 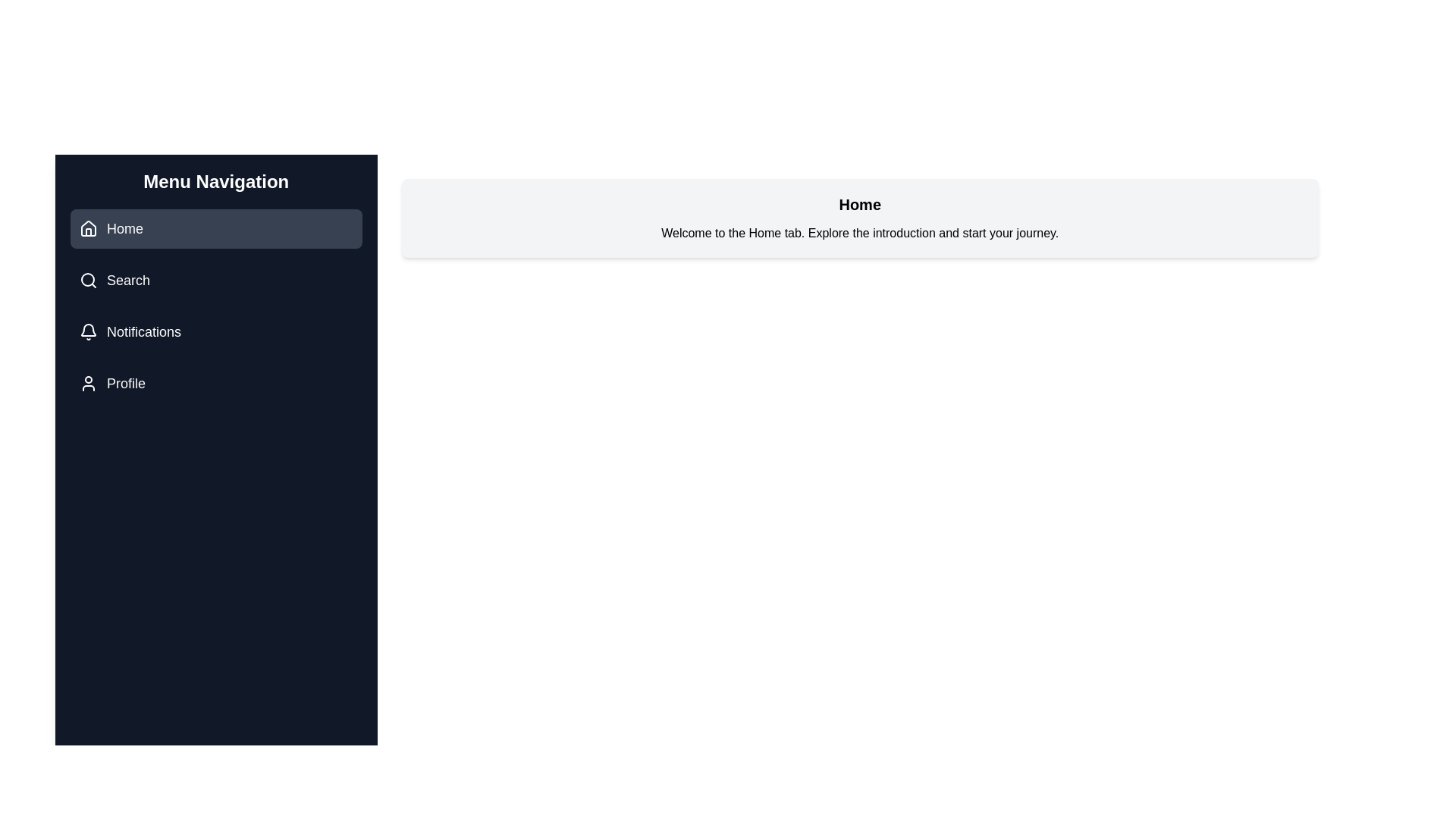 I want to click on the button labeled Home to reveal its hover effect, so click(x=215, y=228).